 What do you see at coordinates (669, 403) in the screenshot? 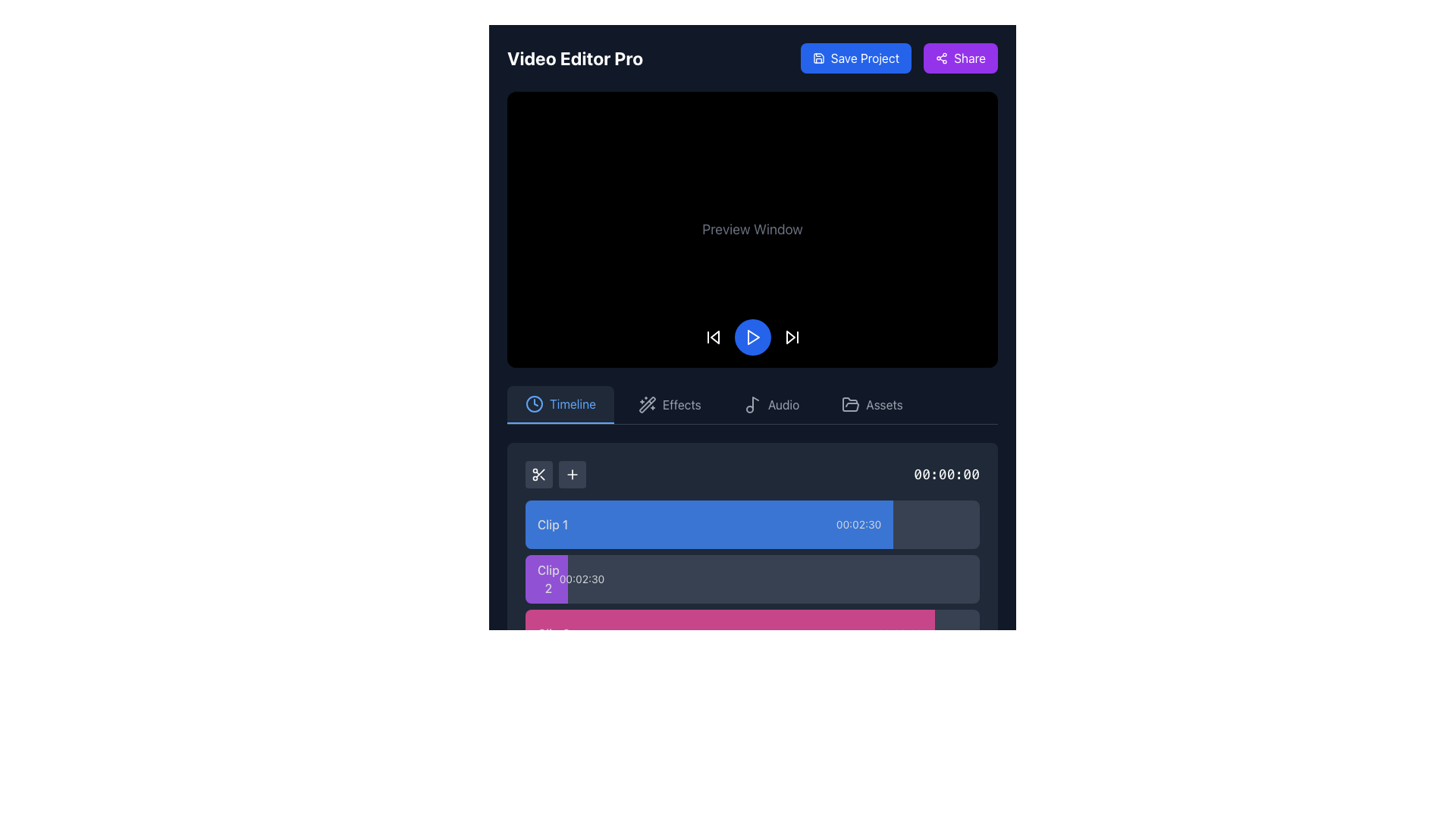
I see `the 'Effects' button, which is the second option in the horizontal navigation group, to switch to the Effects section of the application` at bounding box center [669, 403].